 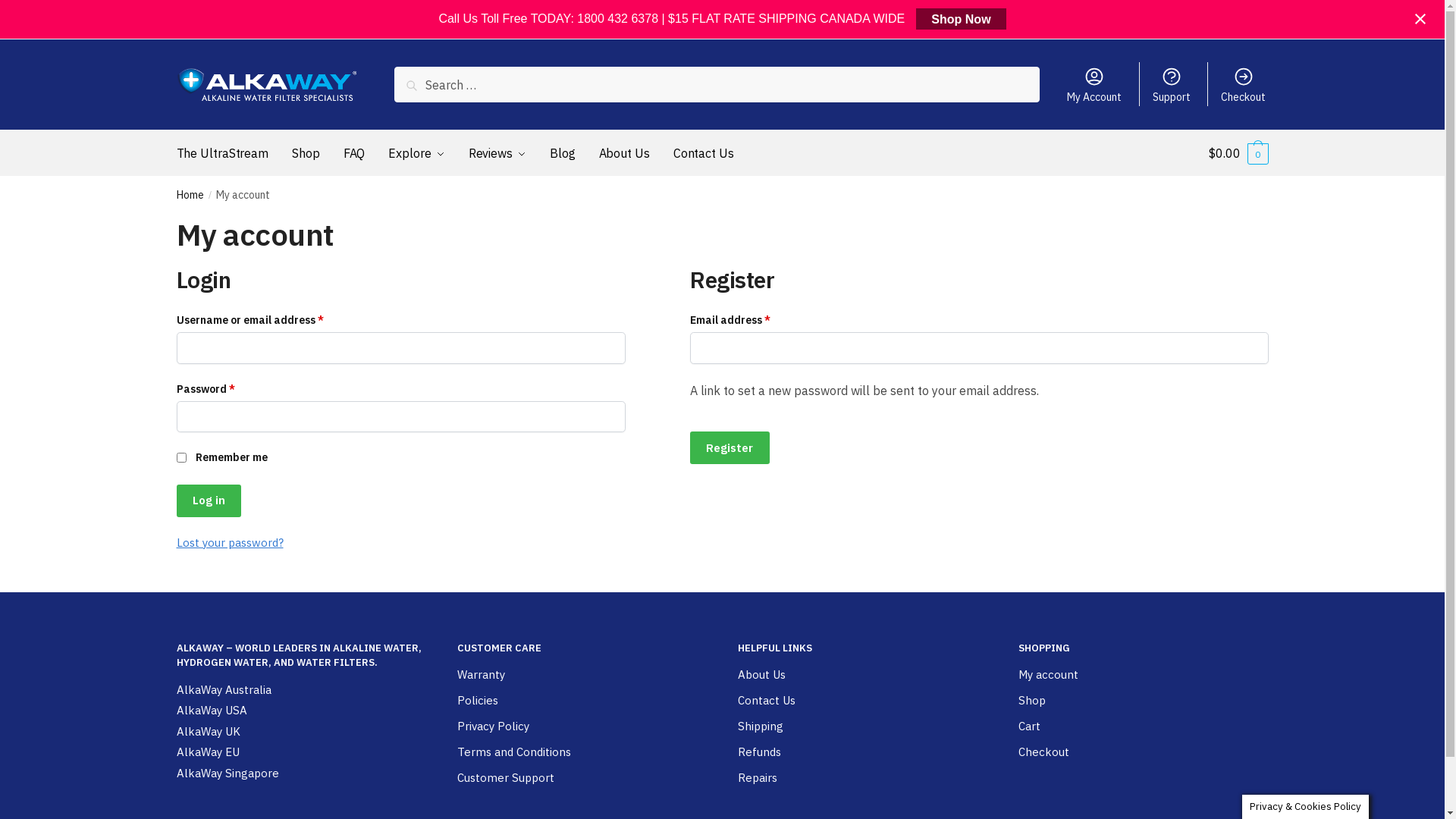 I want to click on 'AlkaWay UK', so click(x=175, y=731).